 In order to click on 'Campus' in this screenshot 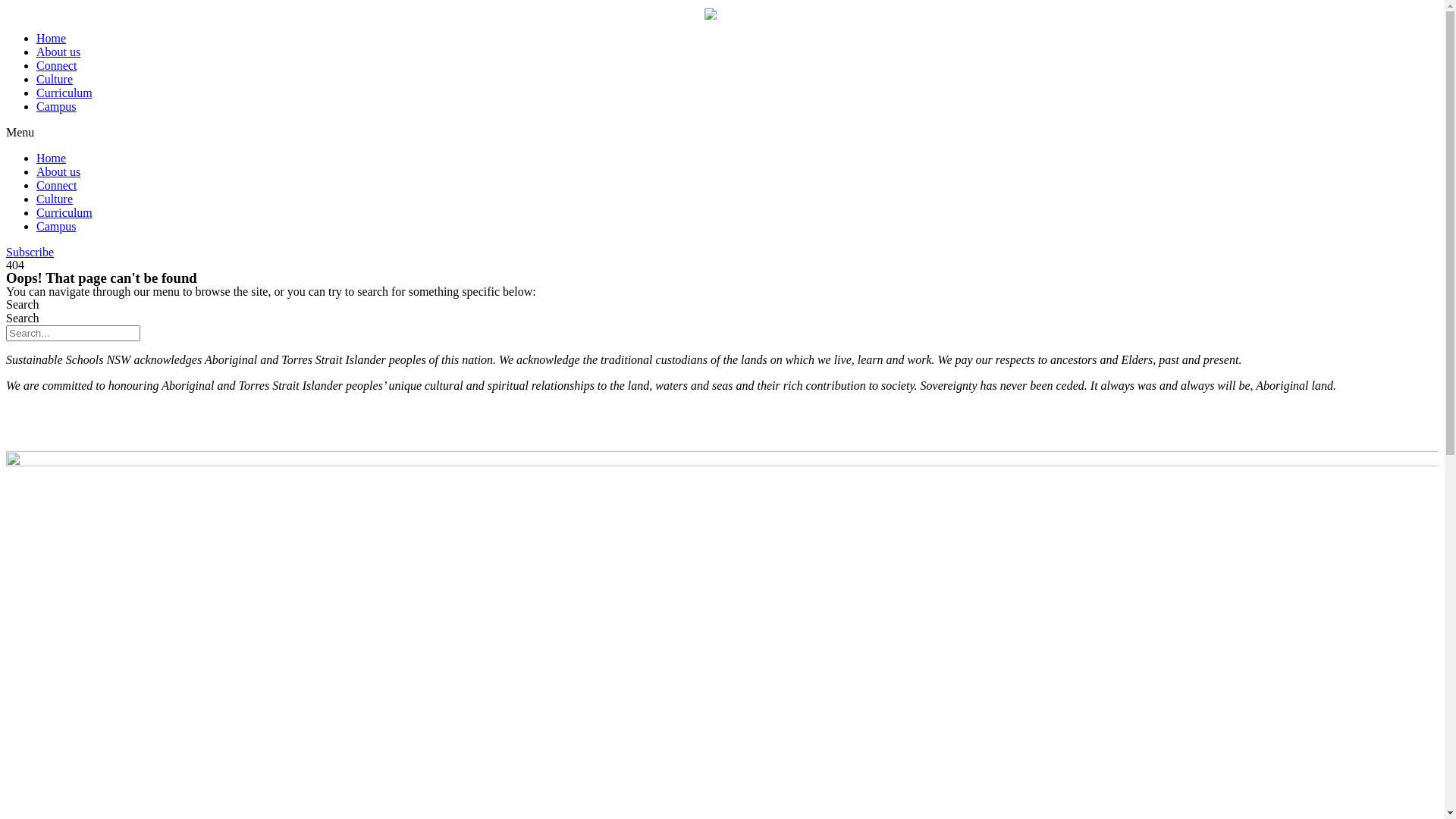, I will do `click(36, 226)`.